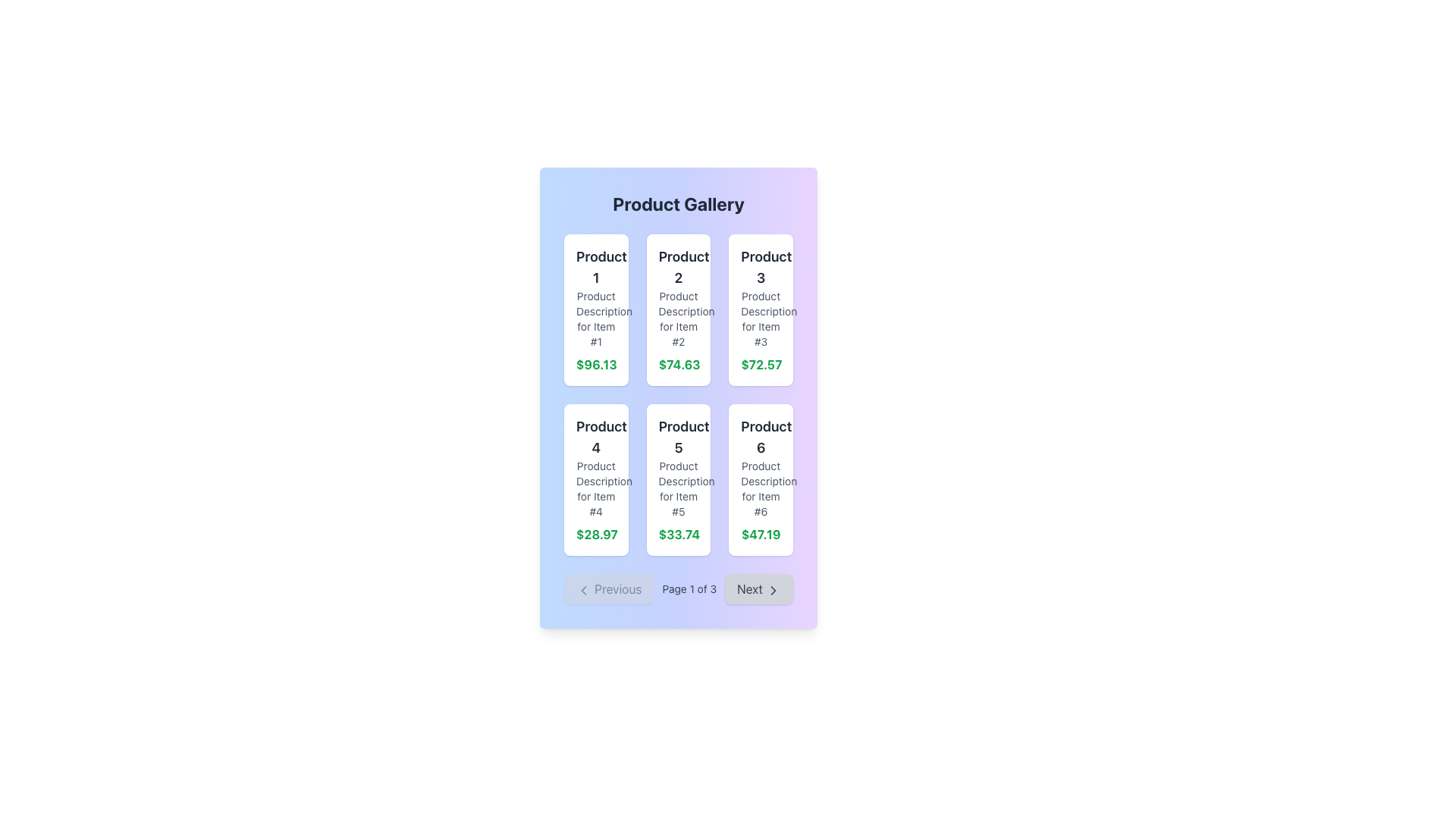 This screenshot has width=1456, height=819. Describe the element at coordinates (761, 267) in the screenshot. I see `the 'Product 3' label, which is a bold text component located at the top of a card layout` at that location.